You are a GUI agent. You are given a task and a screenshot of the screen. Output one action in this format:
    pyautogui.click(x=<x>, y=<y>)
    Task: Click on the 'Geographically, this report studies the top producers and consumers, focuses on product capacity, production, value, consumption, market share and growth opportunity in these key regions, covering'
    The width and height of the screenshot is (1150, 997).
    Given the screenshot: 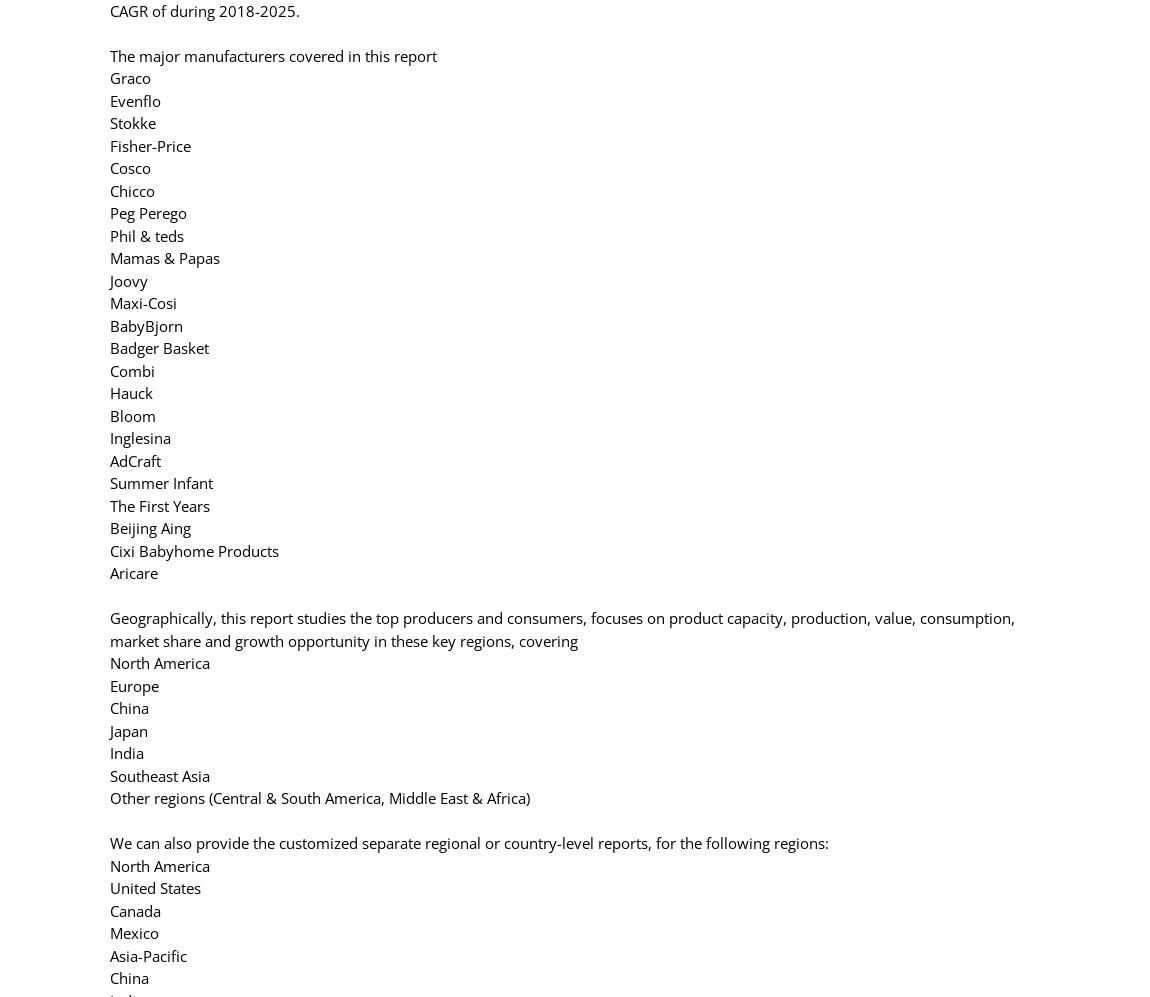 What is the action you would take?
    pyautogui.click(x=562, y=628)
    